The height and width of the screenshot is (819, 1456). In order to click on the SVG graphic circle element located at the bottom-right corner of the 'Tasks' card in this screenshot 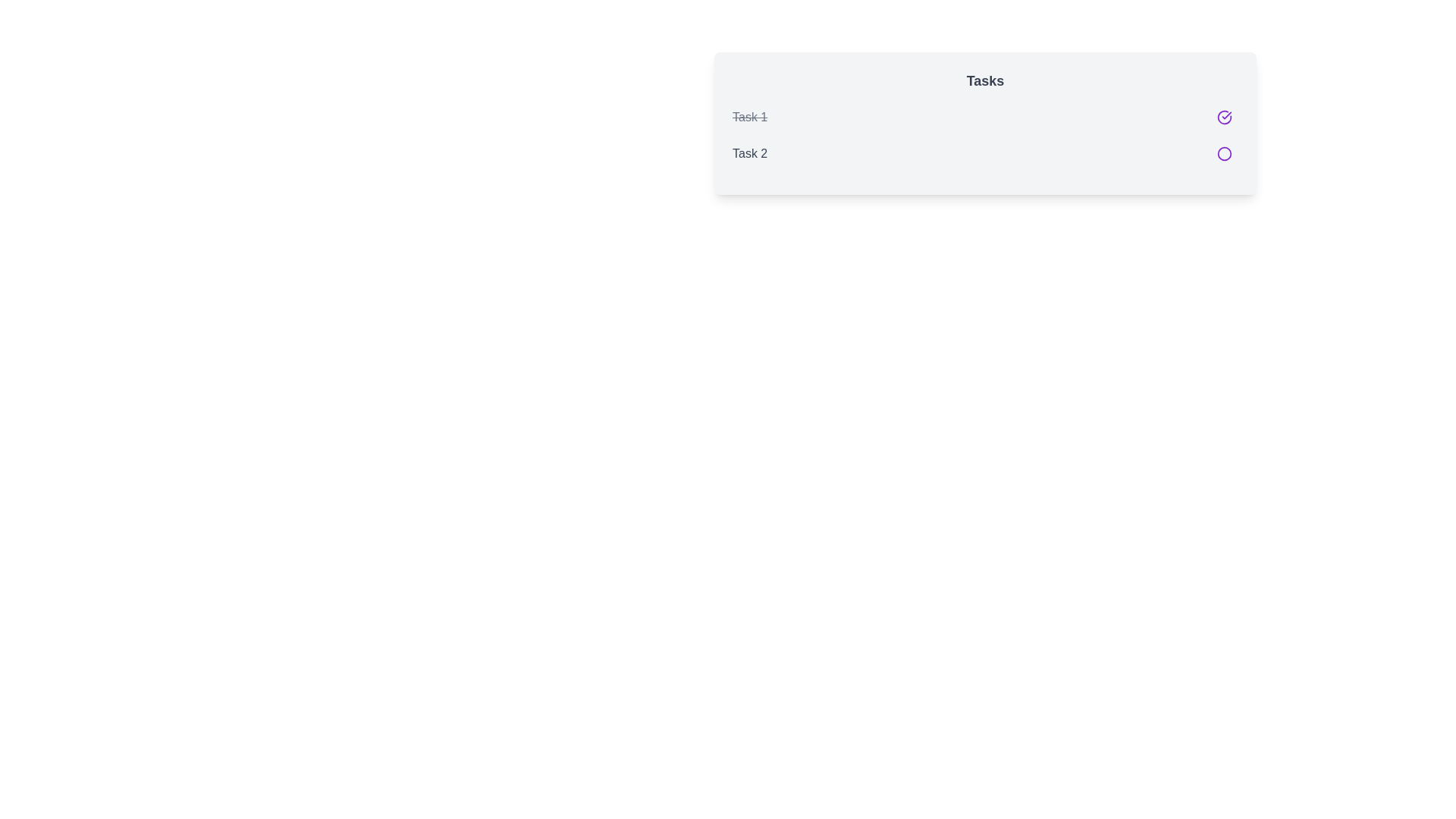, I will do `click(1224, 154)`.